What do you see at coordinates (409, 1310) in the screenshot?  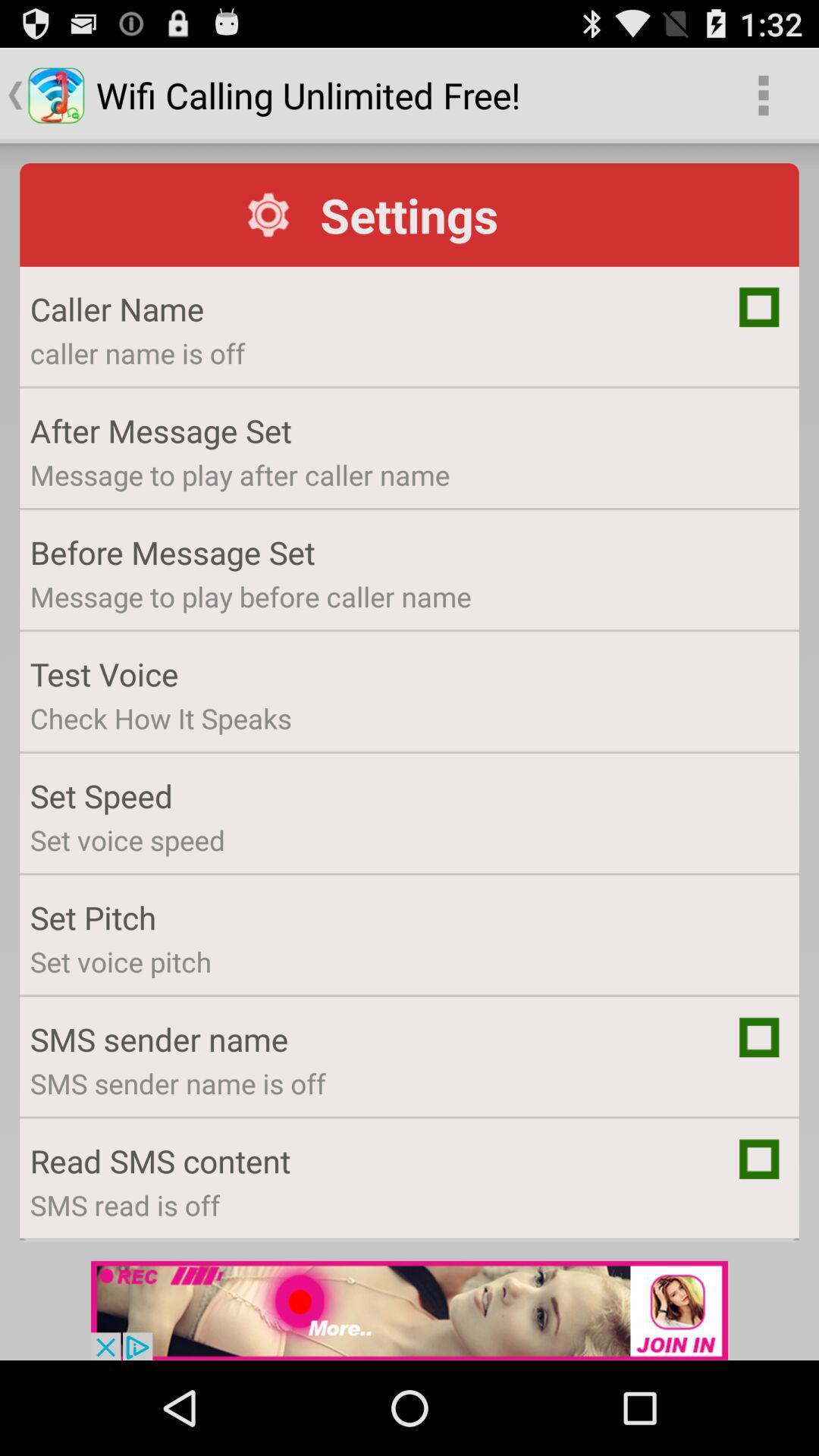 I see `link in advertisement` at bounding box center [409, 1310].